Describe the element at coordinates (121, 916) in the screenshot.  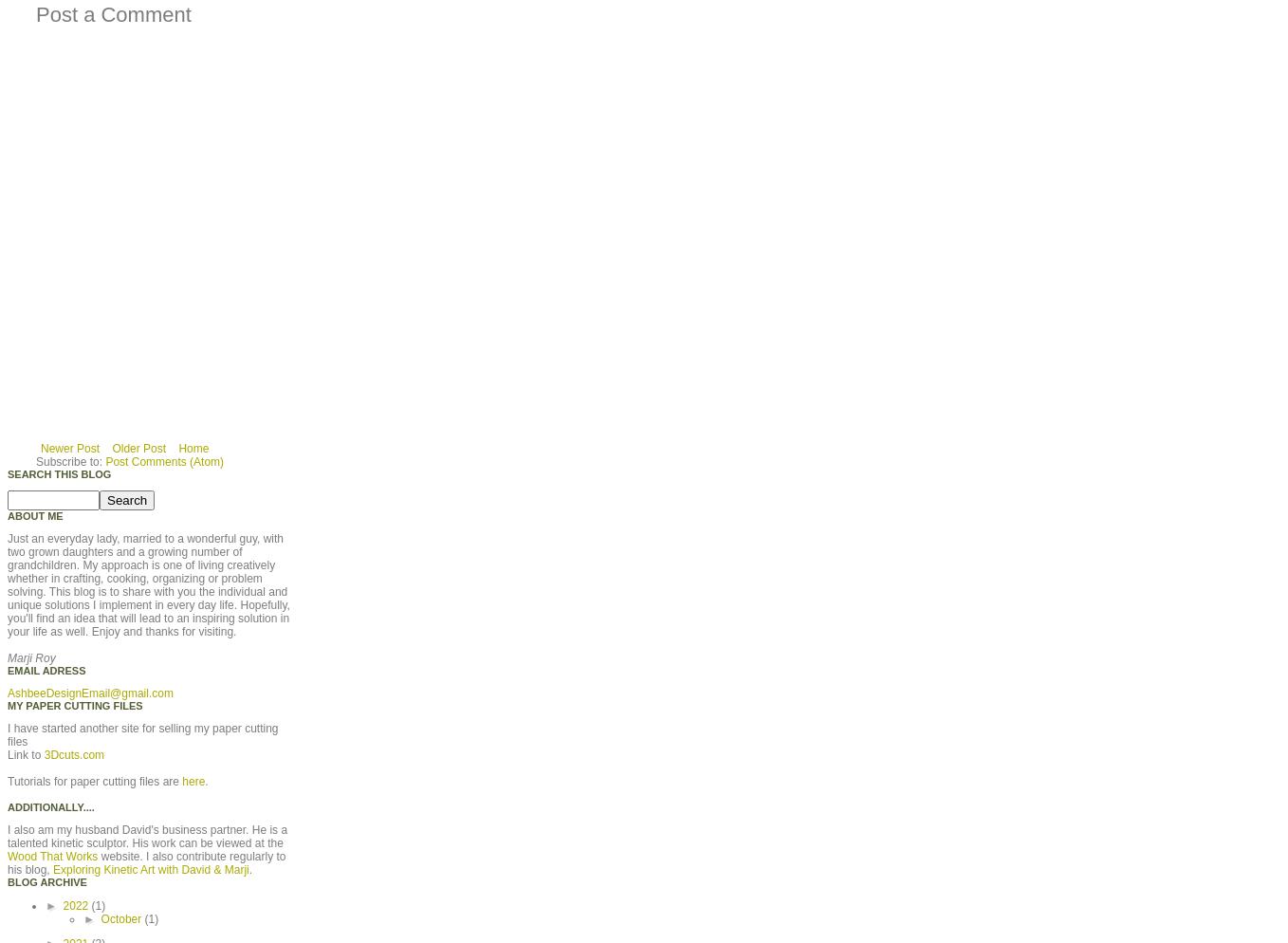
I see `'October'` at that location.